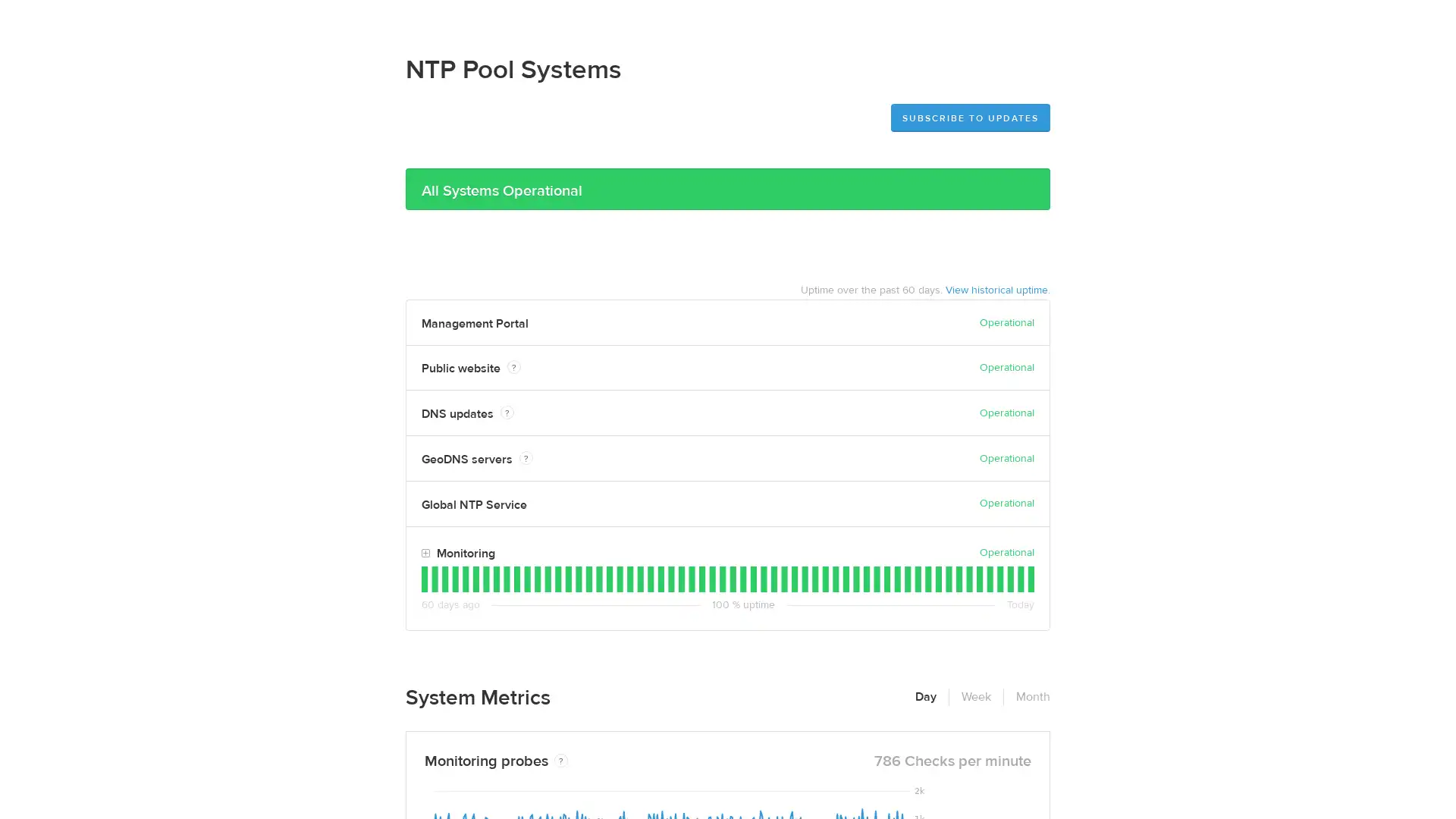 The height and width of the screenshot is (819, 1456). I want to click on Toggle Monitoring, so click(425, 554).